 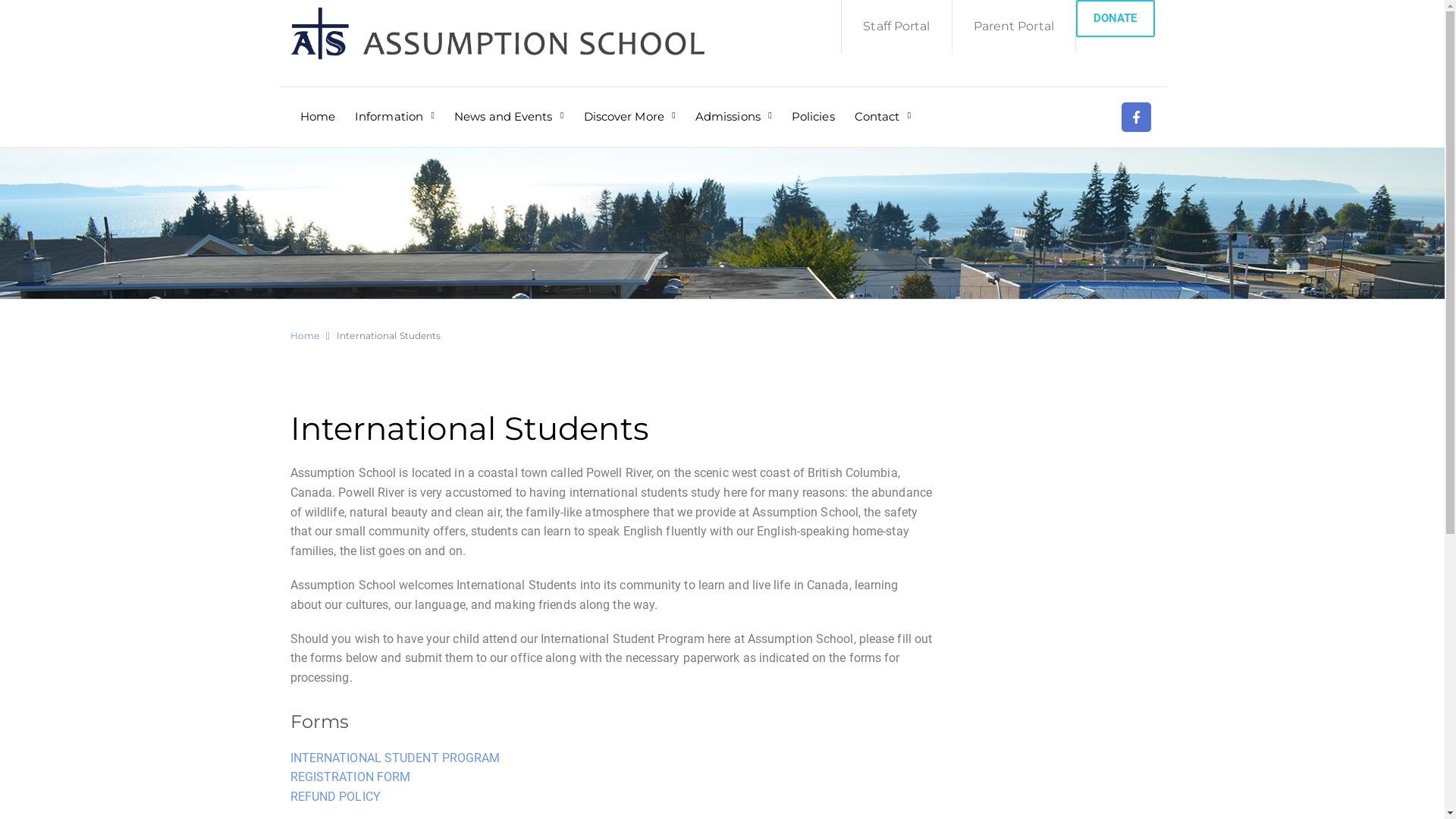 What do you see at coordinates (790, 105) in the screenshot?
I see `'Policies'` at bounding box center [790, 105].